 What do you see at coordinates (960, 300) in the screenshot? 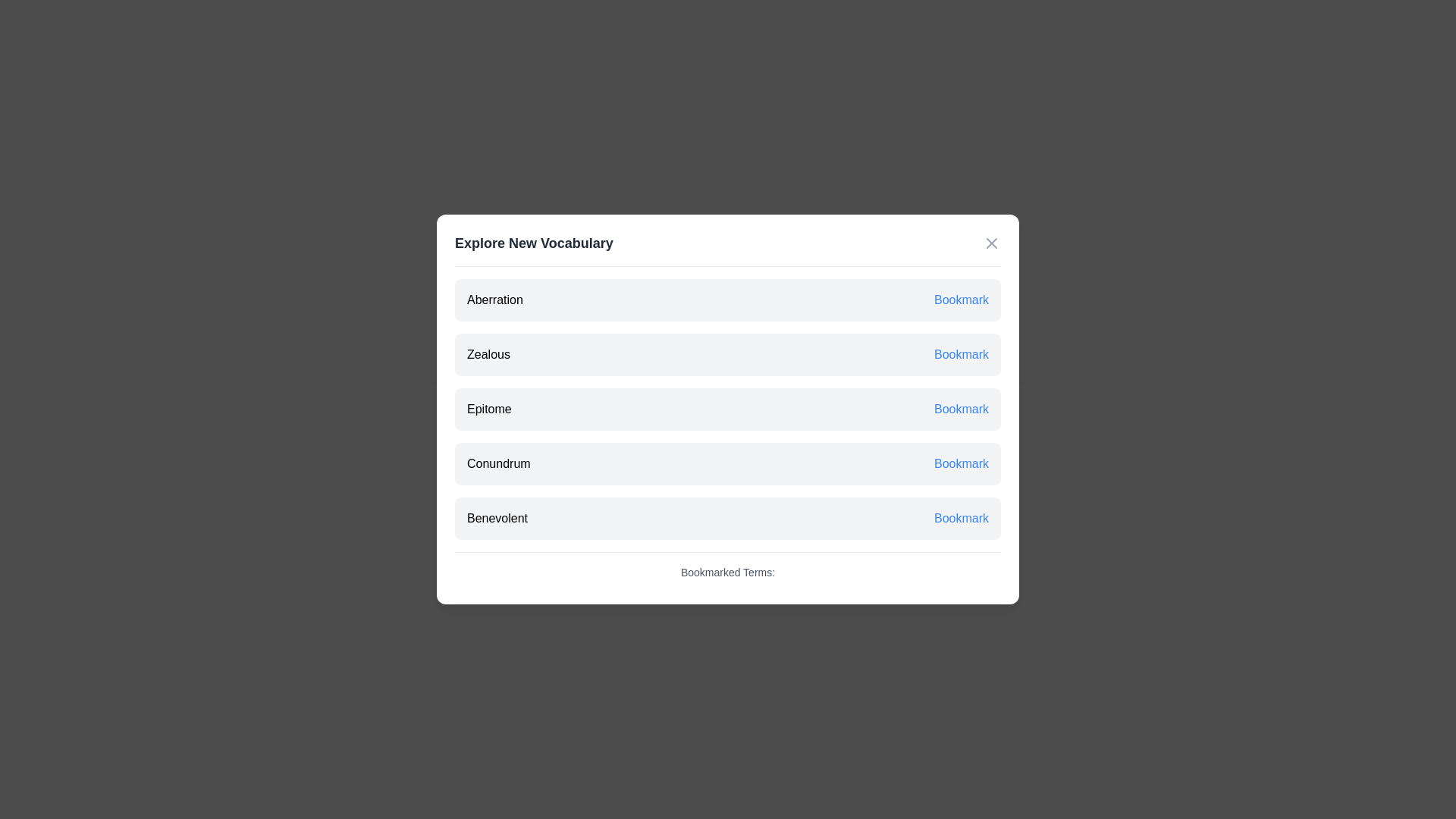
I see `the 'Bookmark' button for the term Aberration` at bounding box center [960, 300].